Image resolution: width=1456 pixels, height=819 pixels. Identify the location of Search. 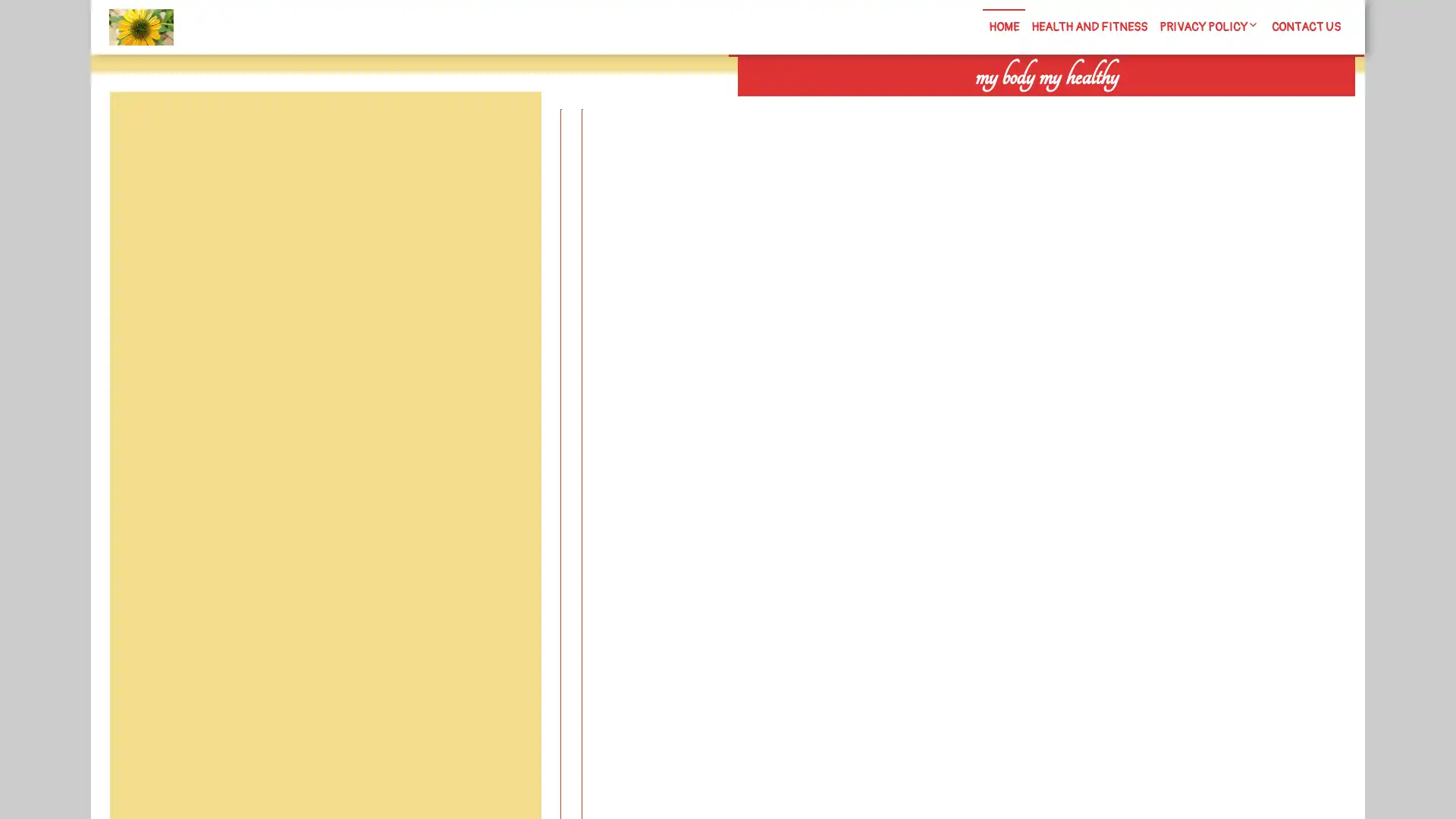
(506, 127).